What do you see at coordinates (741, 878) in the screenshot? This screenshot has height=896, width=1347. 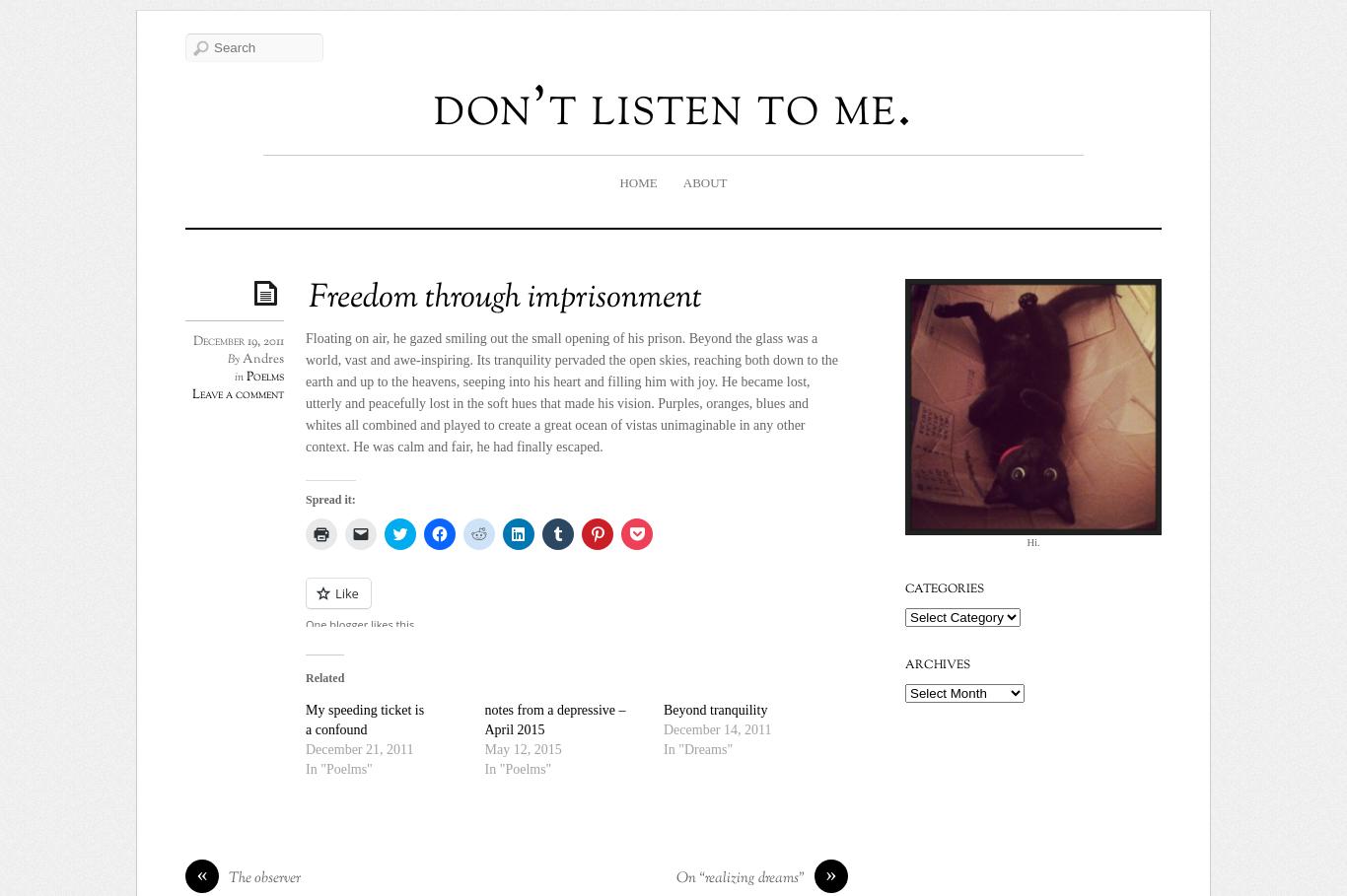 I see `'On “realizing dreams”'` at bounding box center [741, 878].